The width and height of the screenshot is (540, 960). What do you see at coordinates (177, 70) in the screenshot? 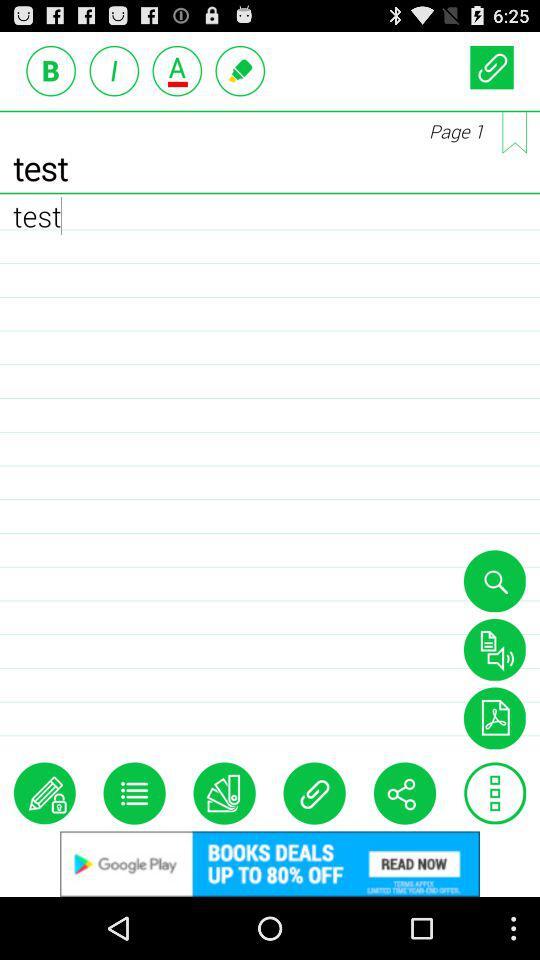
I see `click text option` at bounding box center [177, 70].